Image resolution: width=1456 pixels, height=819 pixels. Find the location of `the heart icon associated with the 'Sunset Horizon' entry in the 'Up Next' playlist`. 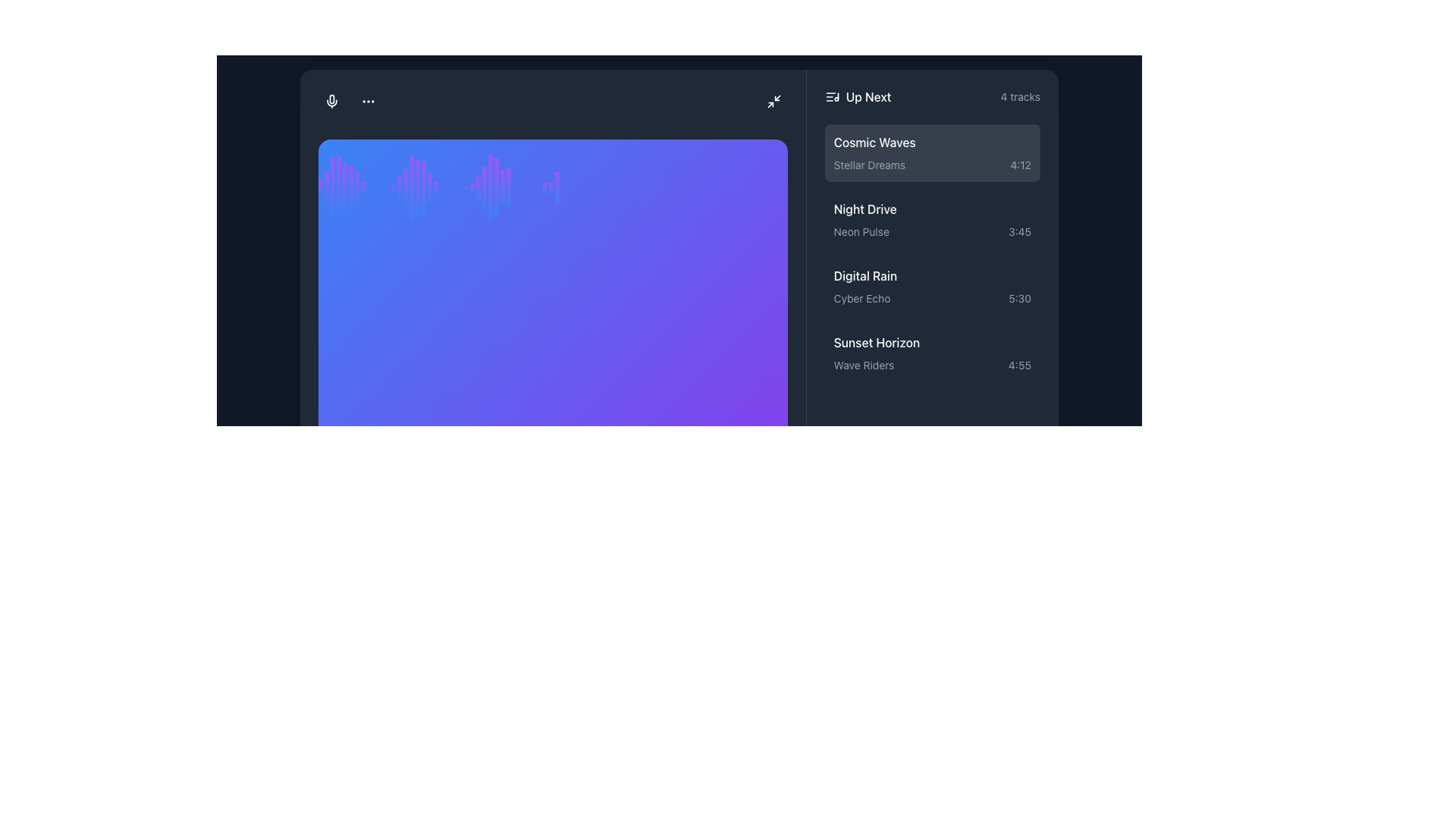

the heart icon associated with the 'Sunset Horizon' entry in the 'Up Next' playlist is located at coordinates (1022, 342).